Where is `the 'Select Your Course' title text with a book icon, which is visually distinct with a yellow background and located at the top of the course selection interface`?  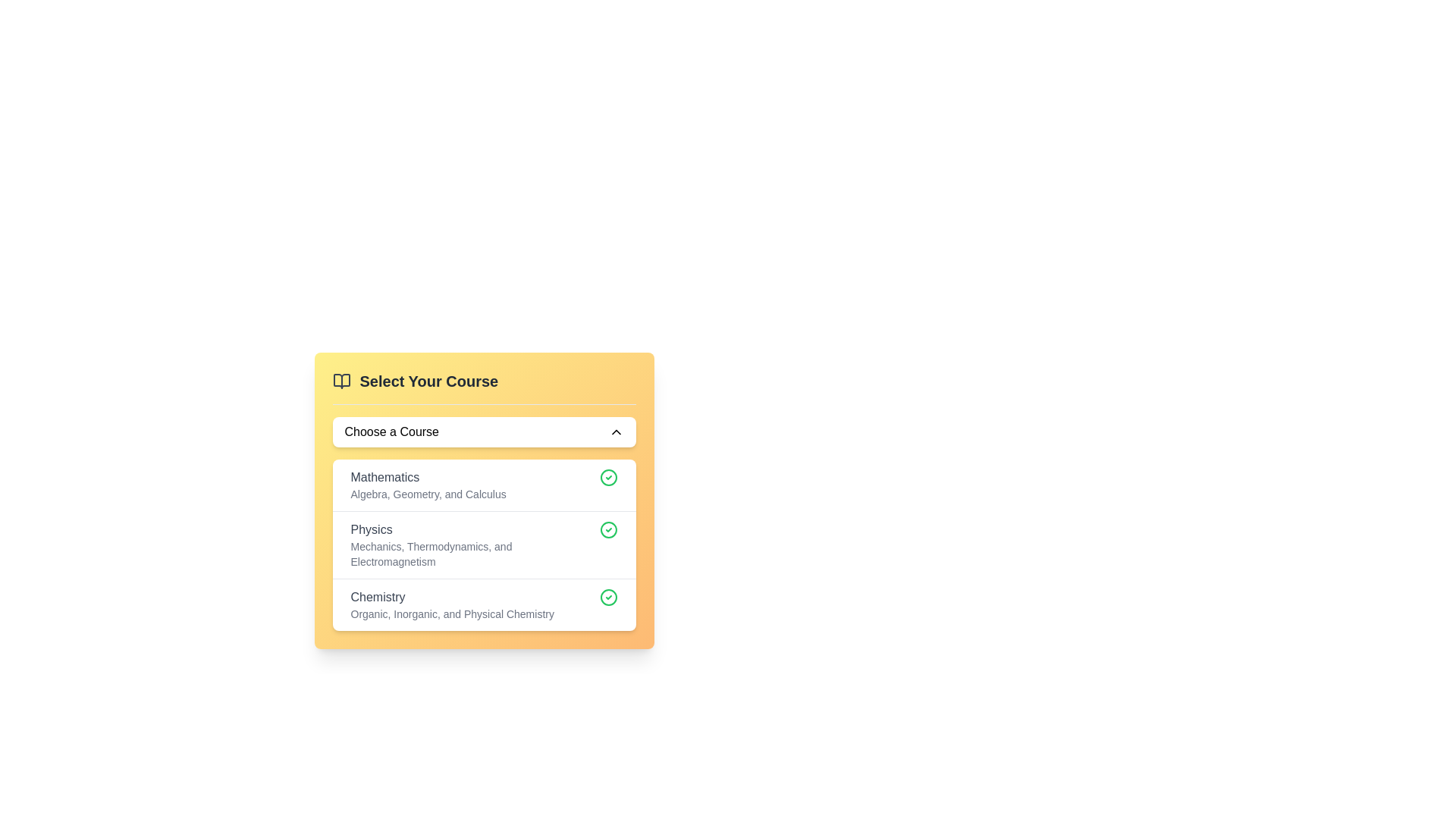
the 'Select Your Course' title text with a book icon, which is visually distinct with a yellow background and located at the top of the course selection interface is located at coordinates (483, 387).